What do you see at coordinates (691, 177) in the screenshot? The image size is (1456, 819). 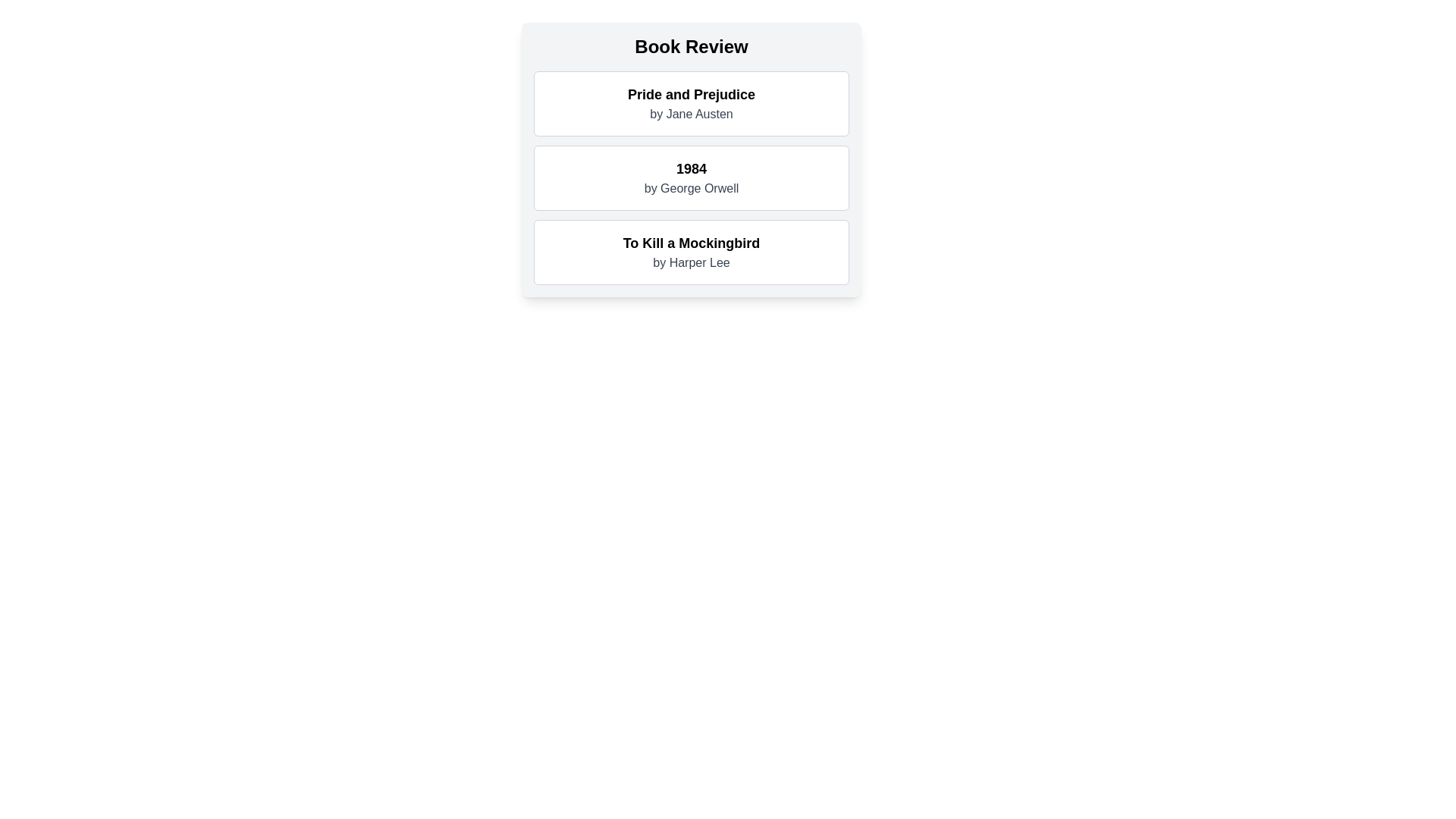 I see `the grid layout containing book titles and authors` at bounding box center [691, 177].